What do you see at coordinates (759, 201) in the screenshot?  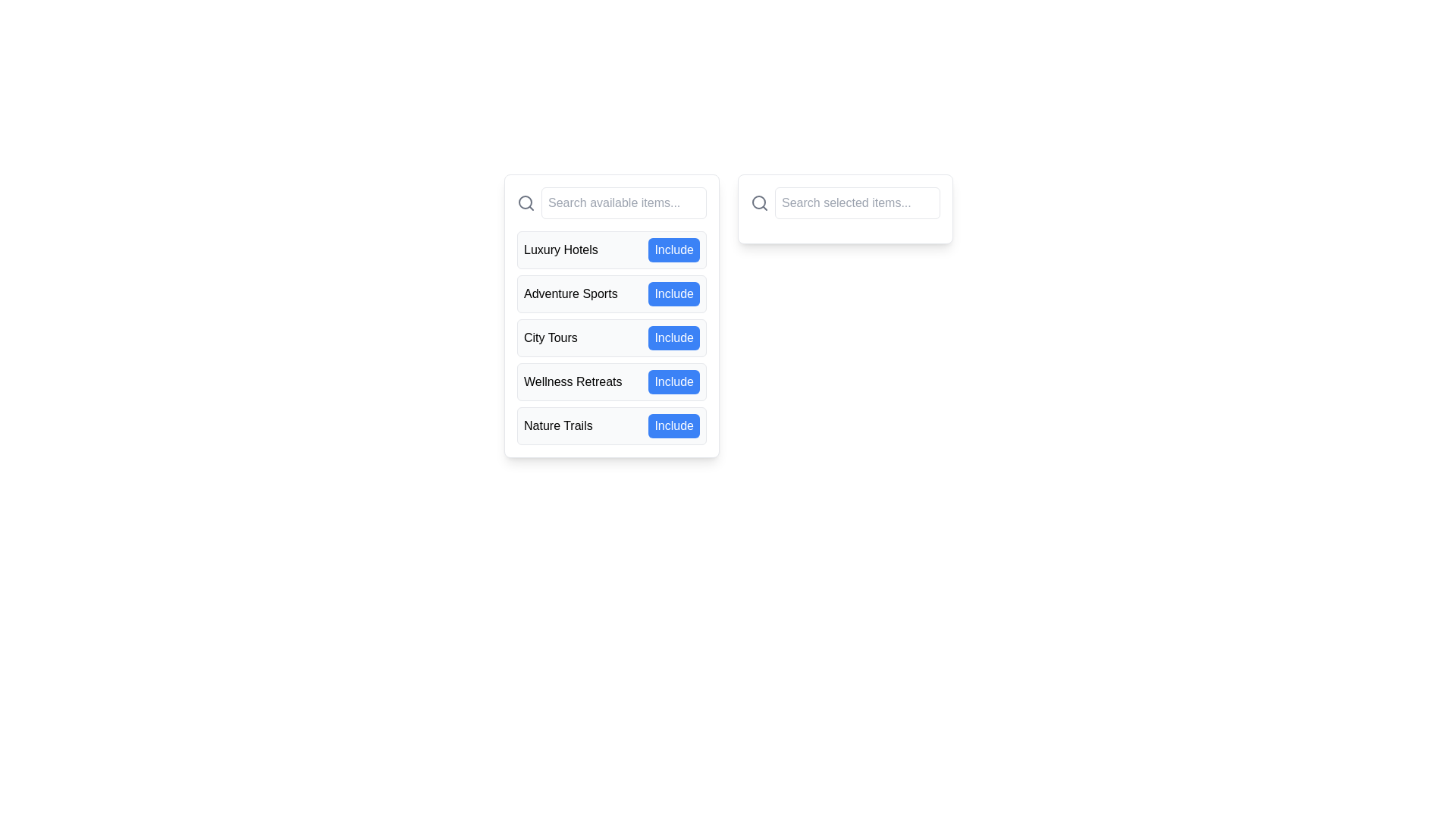 I see `the circular shape within the gray magnifying glass icon located in the upper-left corner of the search bar area` at bounding box center [759, 201].